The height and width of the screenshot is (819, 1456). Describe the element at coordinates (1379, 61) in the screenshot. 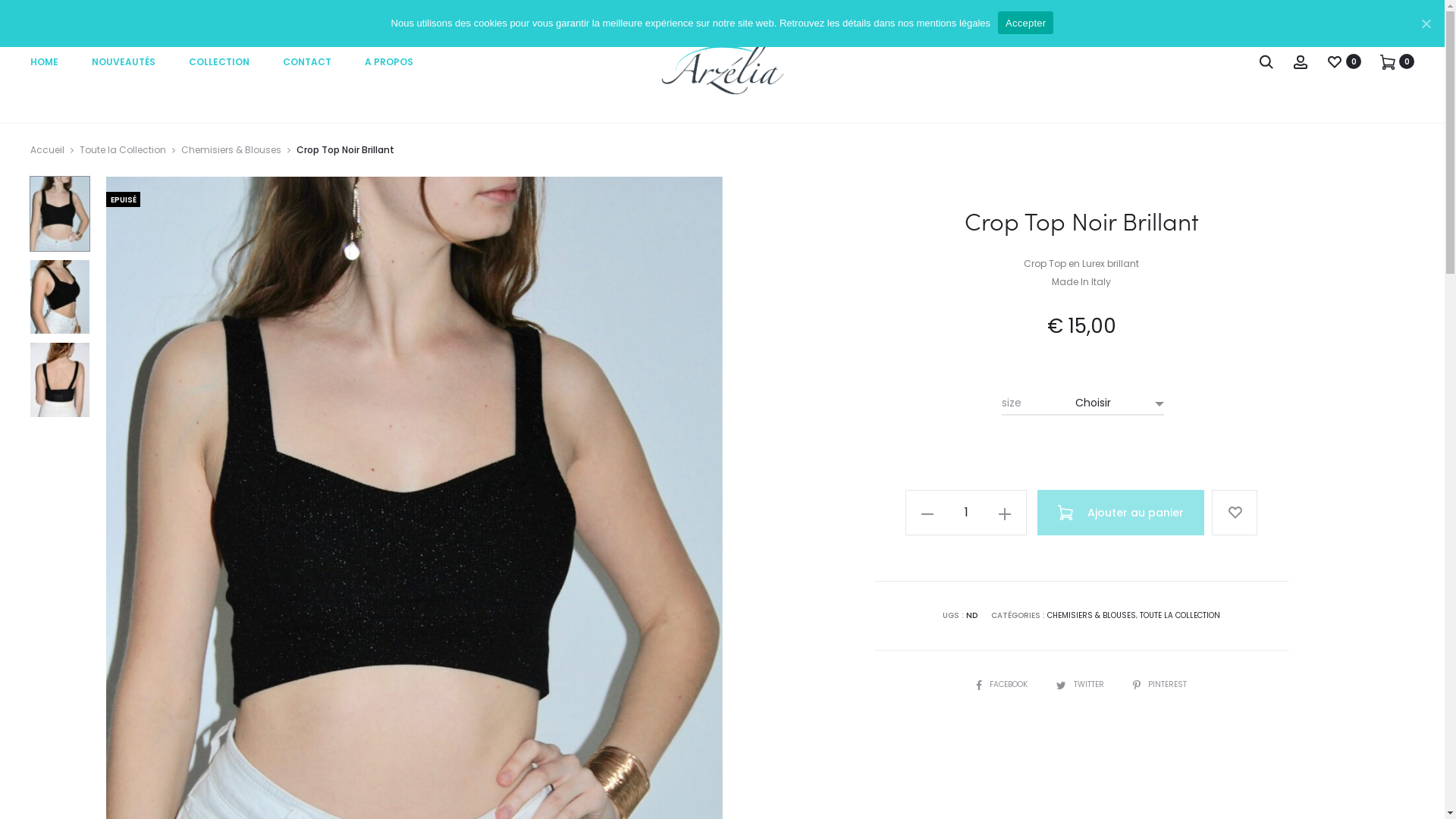

I see `'0'` at that location.